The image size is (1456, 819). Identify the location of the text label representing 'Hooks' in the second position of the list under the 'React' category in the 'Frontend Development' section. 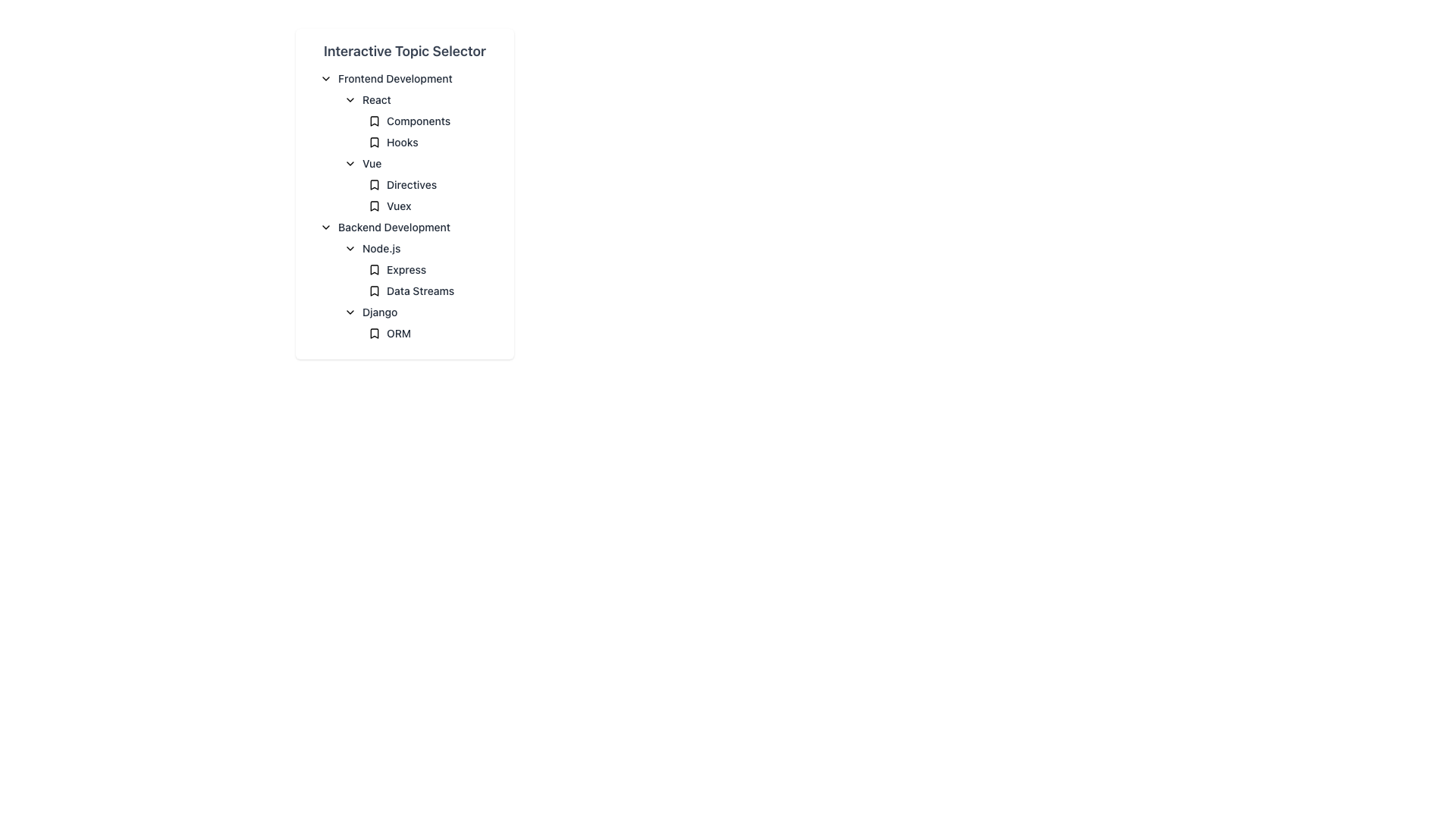
(417, 152).